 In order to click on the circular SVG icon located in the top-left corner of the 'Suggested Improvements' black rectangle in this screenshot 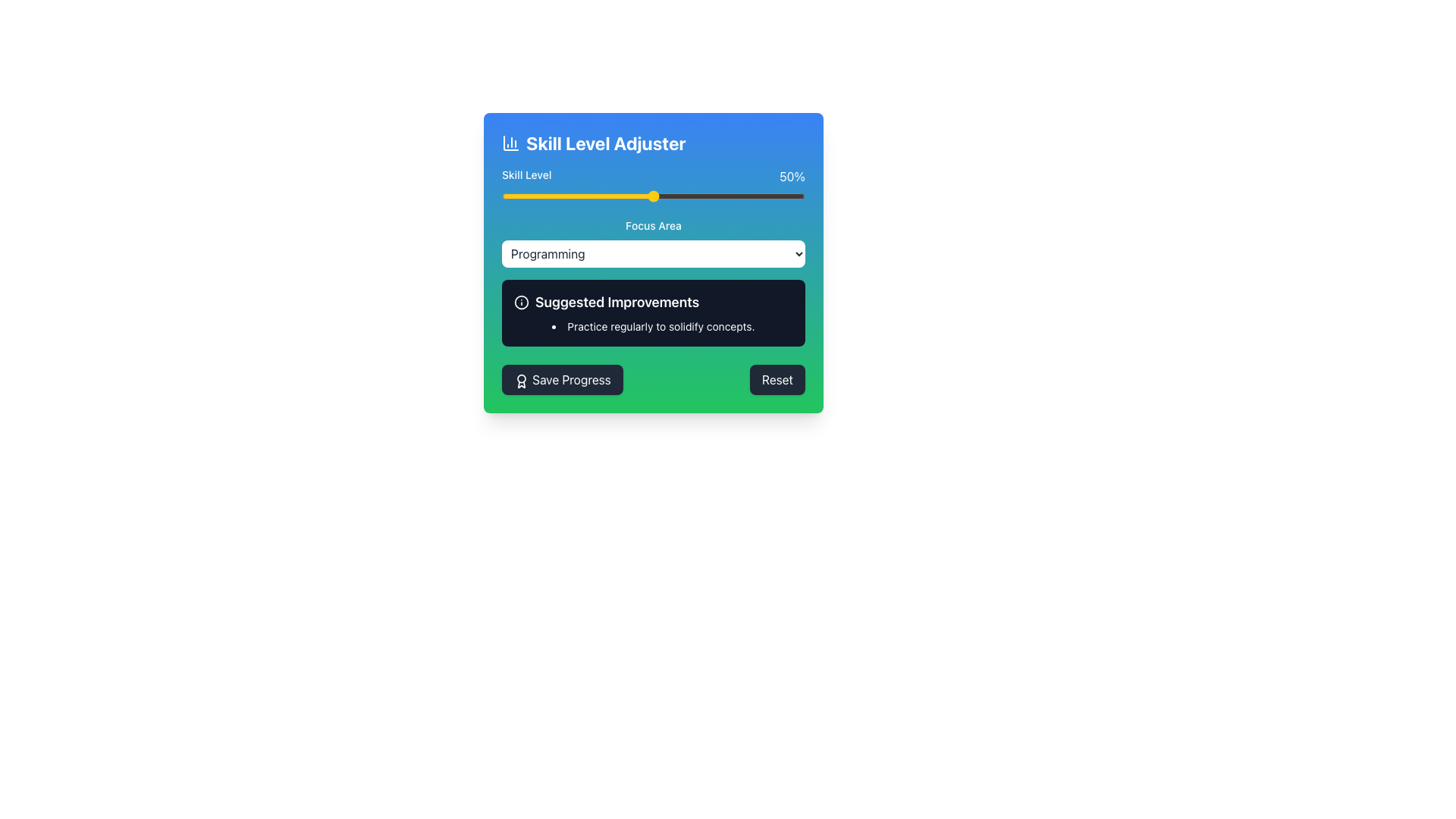, I will do `click(521, 302)`.